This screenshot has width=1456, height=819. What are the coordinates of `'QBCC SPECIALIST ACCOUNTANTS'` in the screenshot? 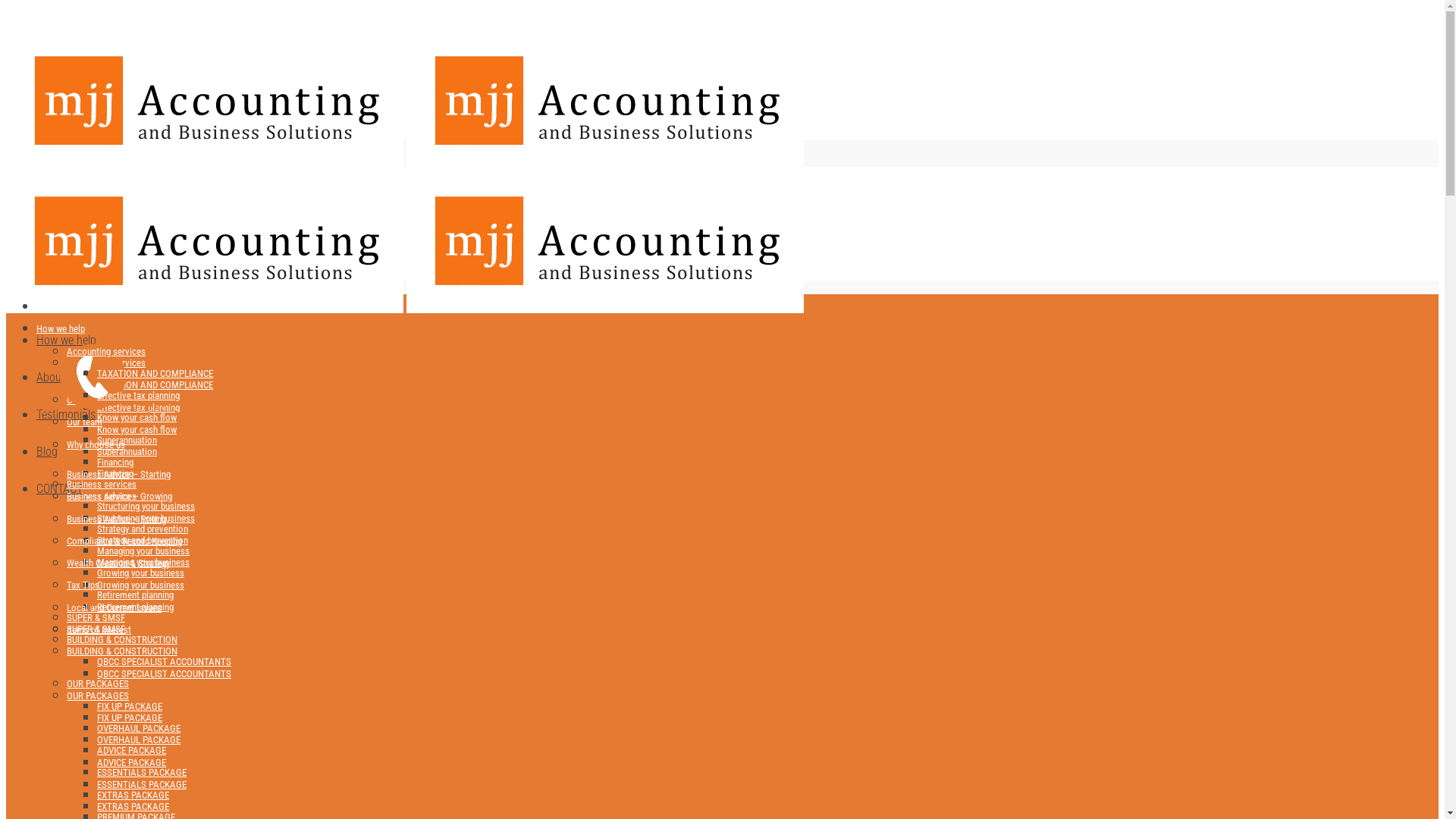 It's located at (96, 661).